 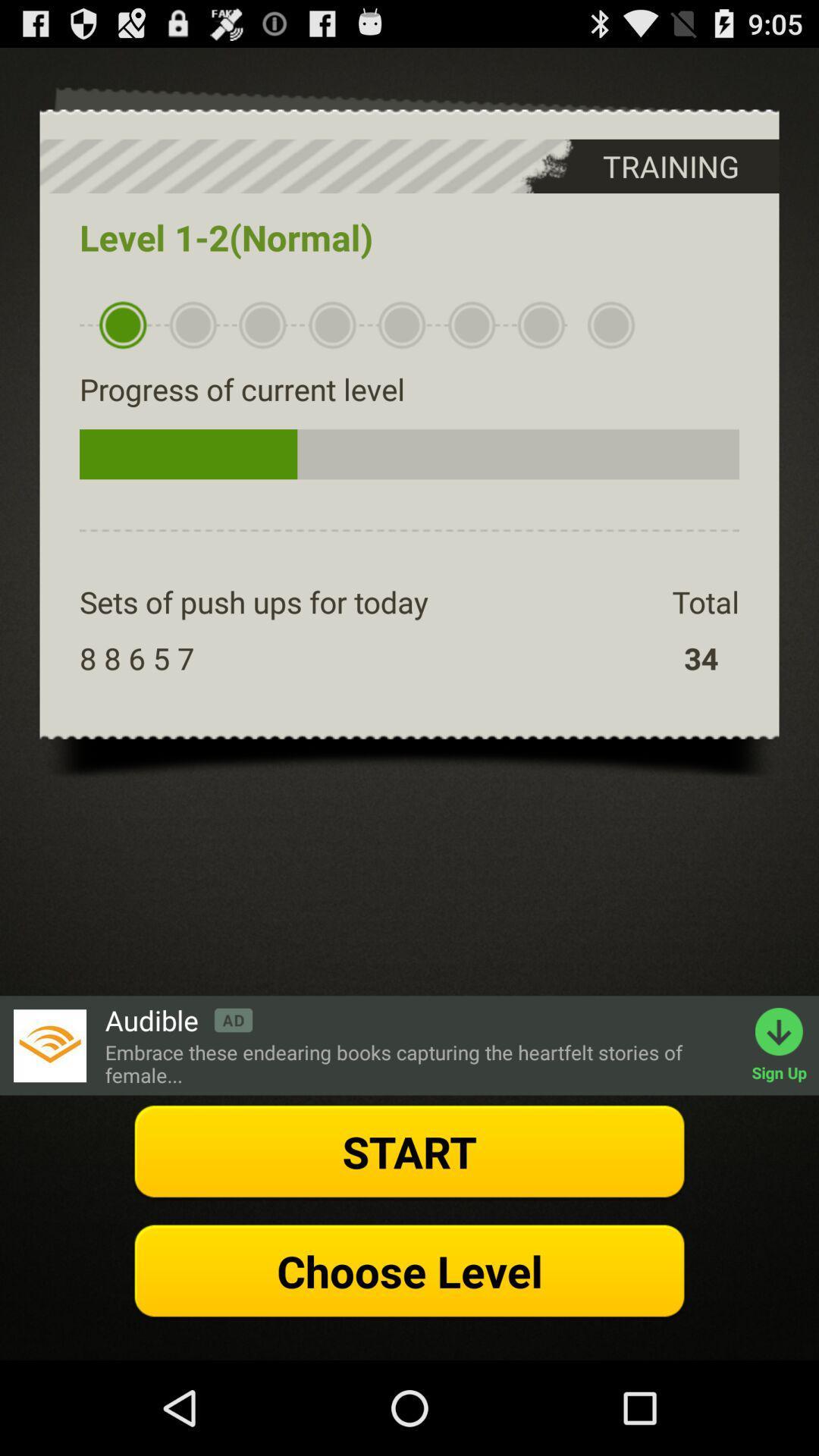 I want to click on the option choose level, so click(x=409, y=1270).